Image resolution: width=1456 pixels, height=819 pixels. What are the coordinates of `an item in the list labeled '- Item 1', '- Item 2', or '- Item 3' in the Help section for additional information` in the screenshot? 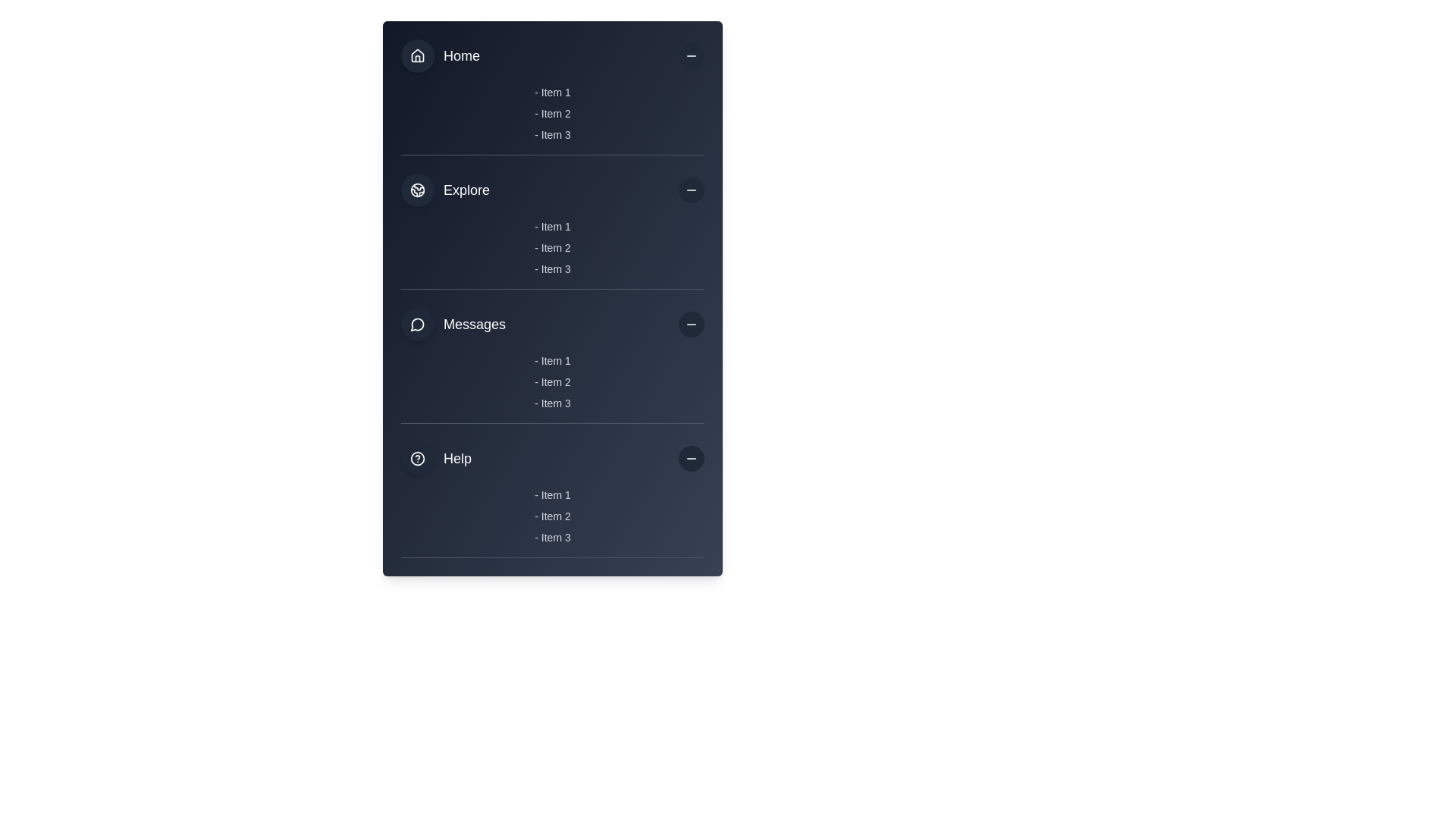 It's located at (552, 516).